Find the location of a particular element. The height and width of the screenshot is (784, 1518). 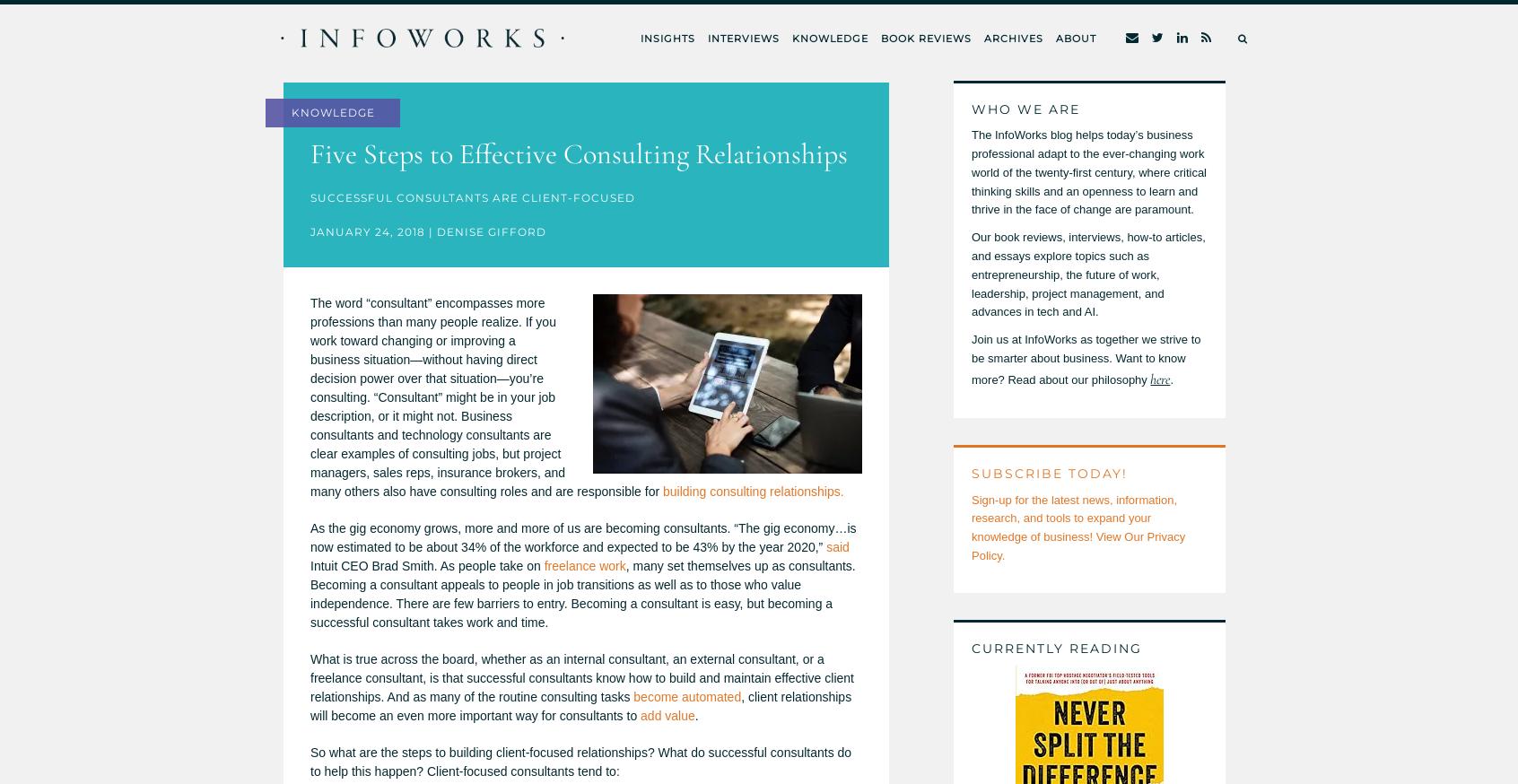

'What is true across the board, whether as an internal consultant, an external consultant, or a freelance consultant, is that successful consultants know how to build and maintain effective client relationships. And as many of the routine consulting tasks' is located at coordinates (310, 677).